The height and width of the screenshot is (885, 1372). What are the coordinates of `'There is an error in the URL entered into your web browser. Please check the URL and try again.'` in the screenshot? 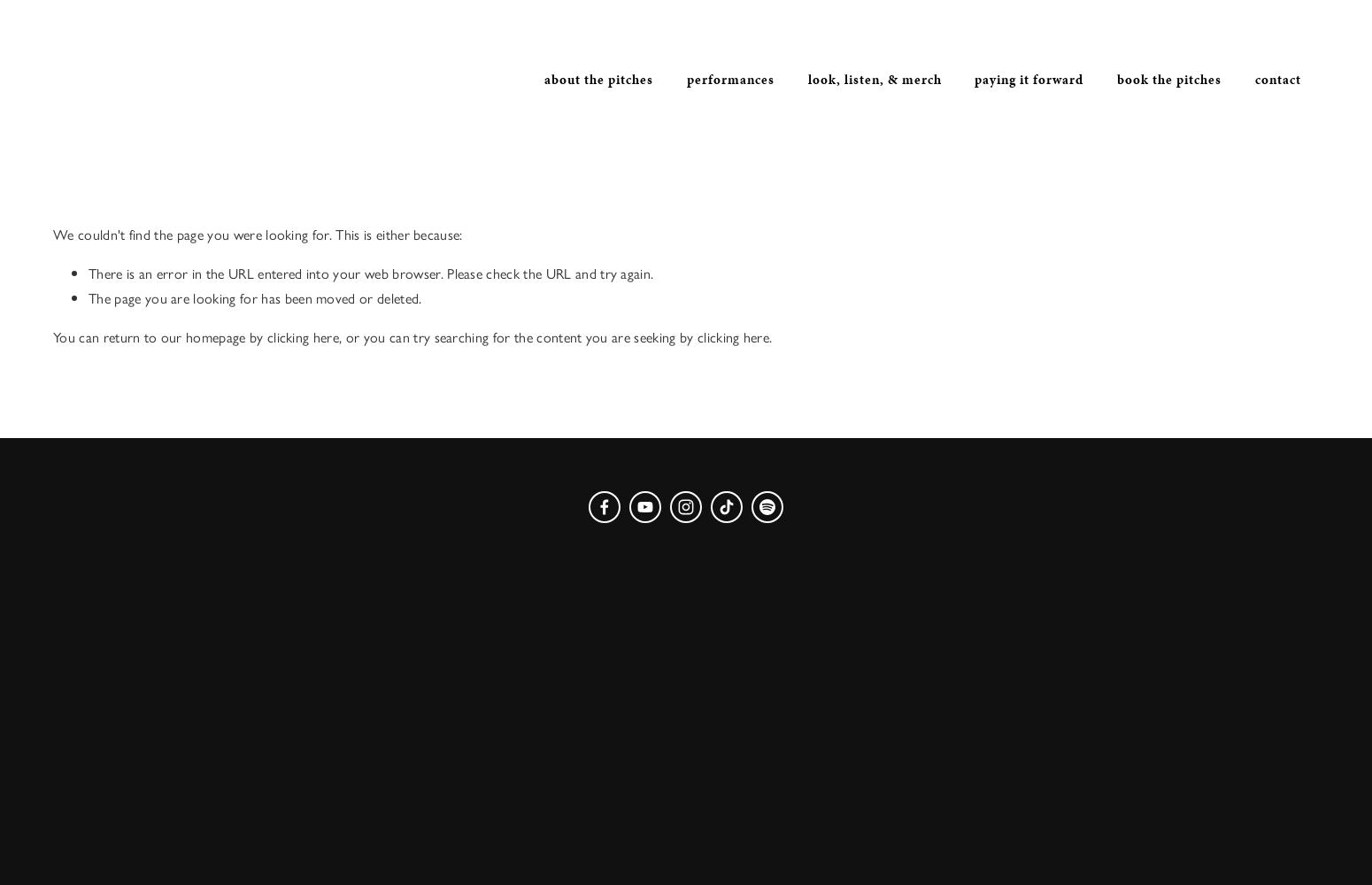 It's located at (370, 273).